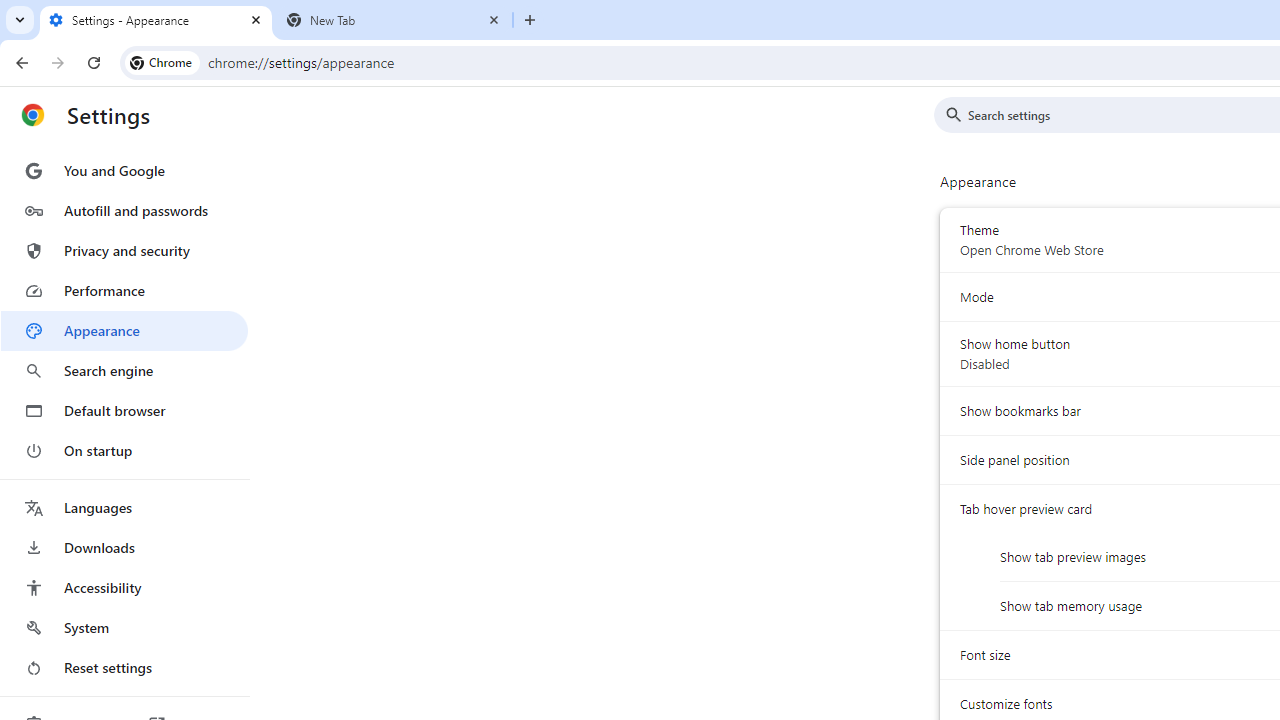  I want to click on 'Accessibility', so click(123, 586).